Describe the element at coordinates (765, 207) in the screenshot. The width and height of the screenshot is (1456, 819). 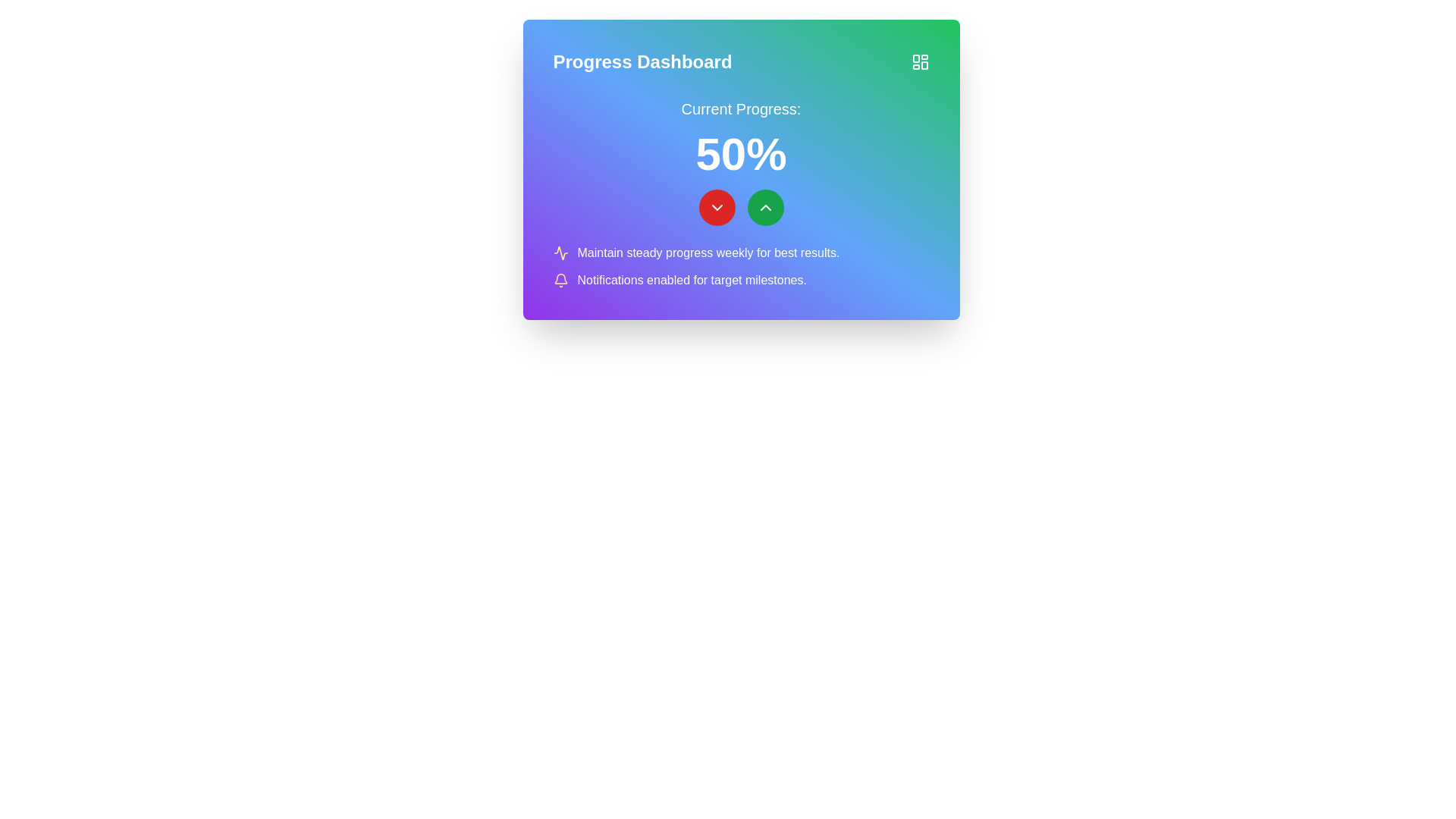
I see `the upward-pointing chevron icon located within the green circular button beneath the '50%' progress indicator` at that location.